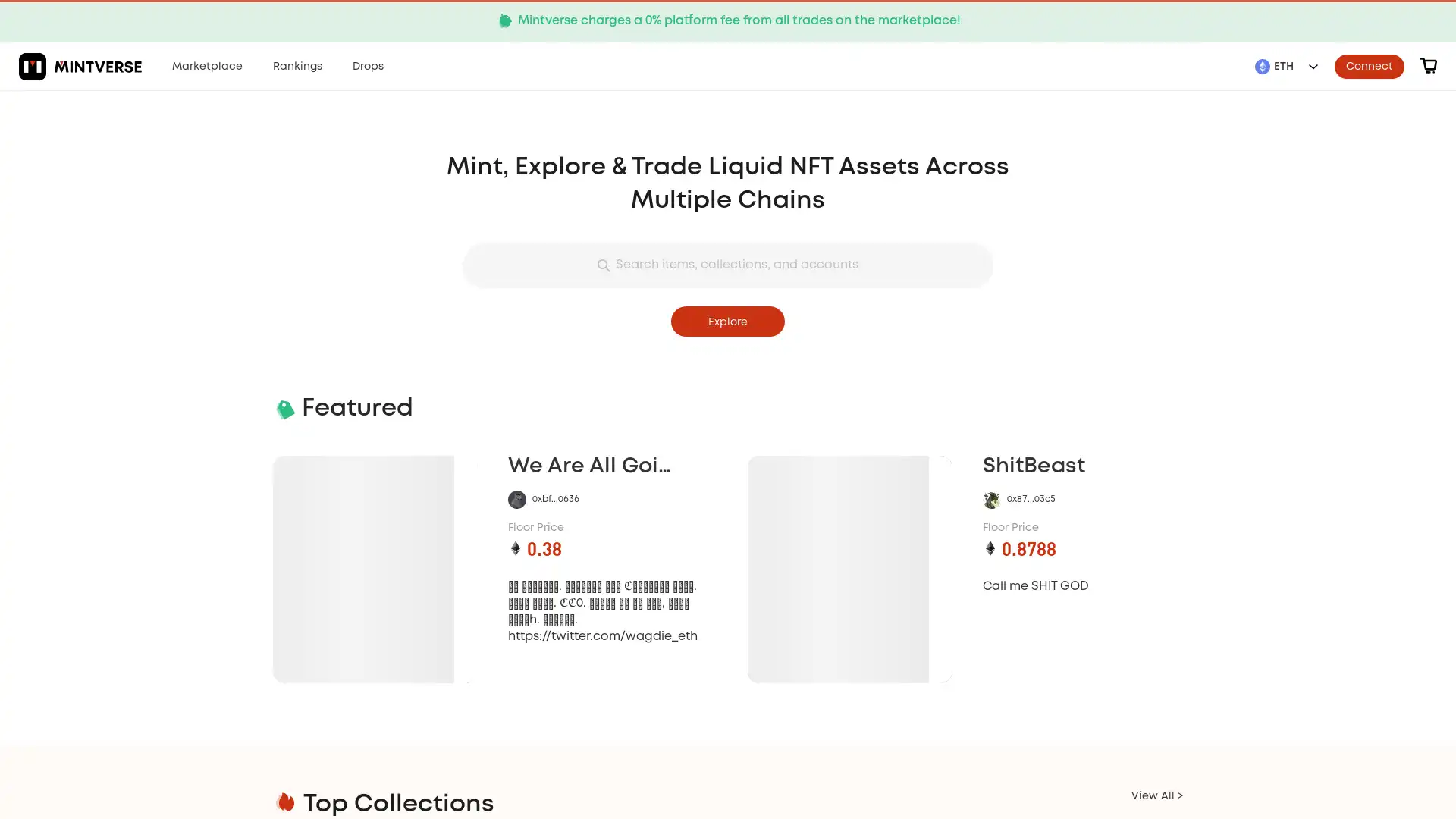  I want to click on Explore, so click(728, 321).